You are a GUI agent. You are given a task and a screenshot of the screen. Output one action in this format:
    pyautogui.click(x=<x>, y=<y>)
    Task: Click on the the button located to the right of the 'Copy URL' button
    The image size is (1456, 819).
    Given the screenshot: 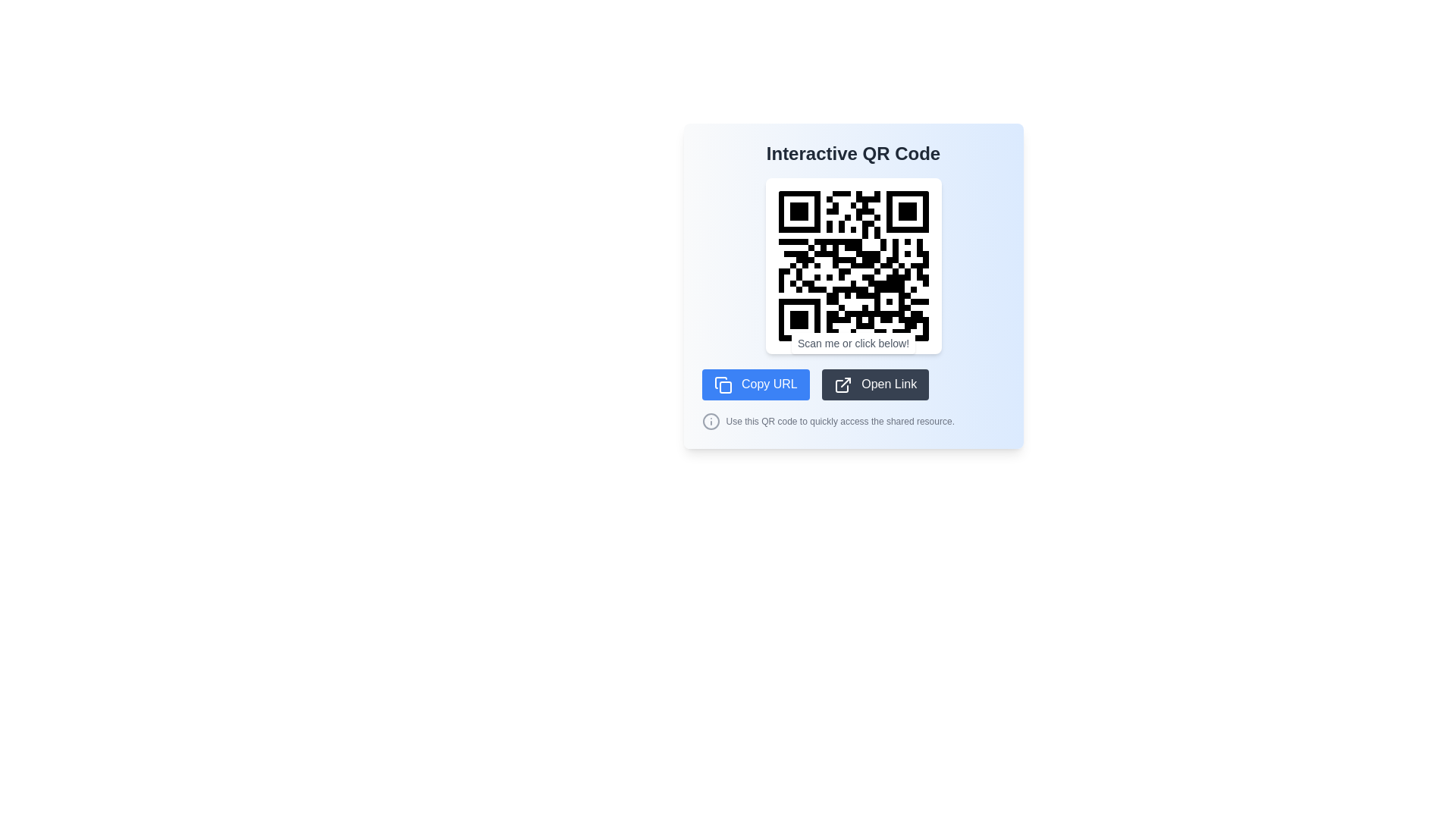 What is the action you would take?
    pyautogui.click(x=875, y=384)
    